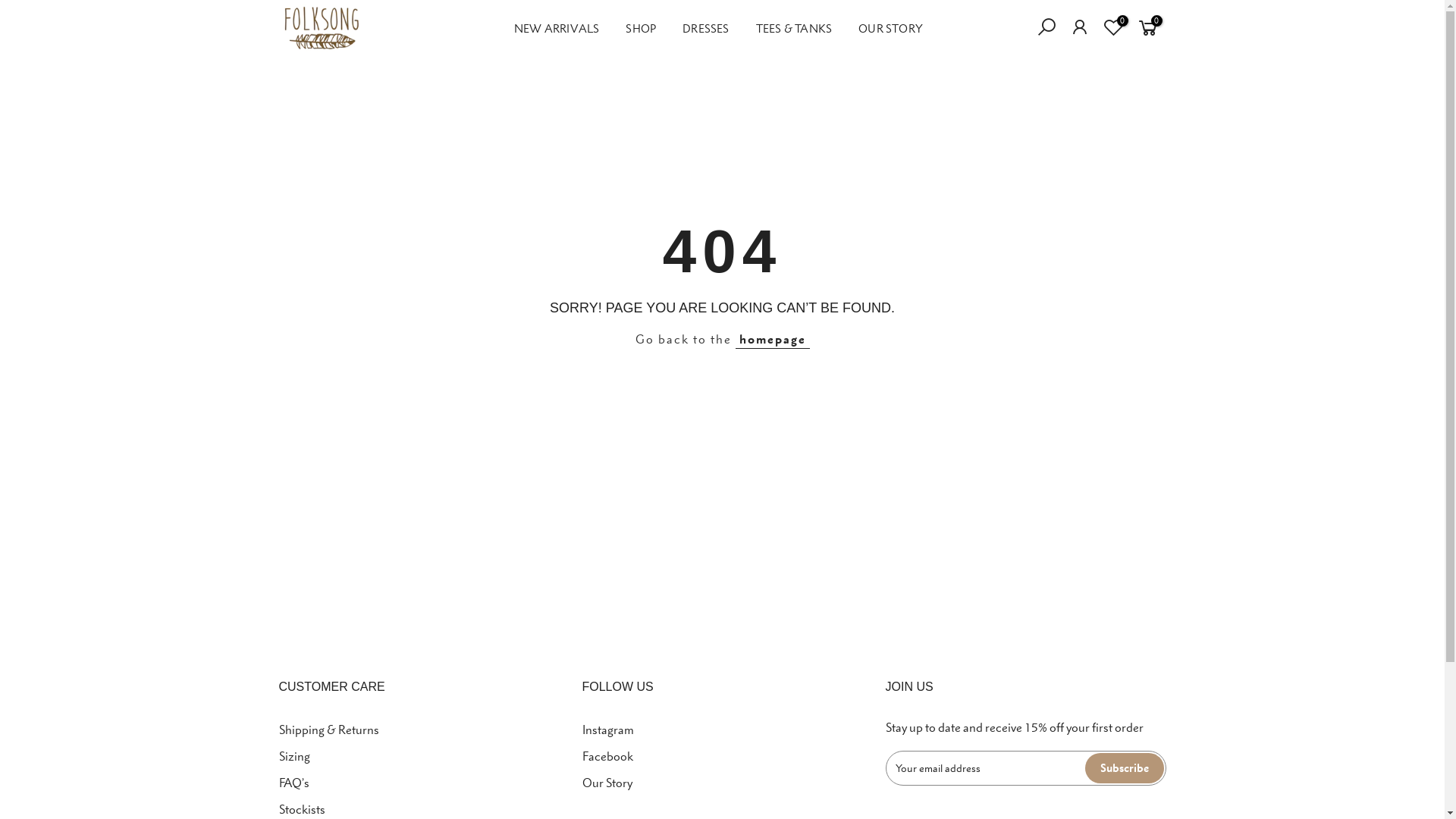  I want to click on 'TEES & TANKS', so click(792, 28).